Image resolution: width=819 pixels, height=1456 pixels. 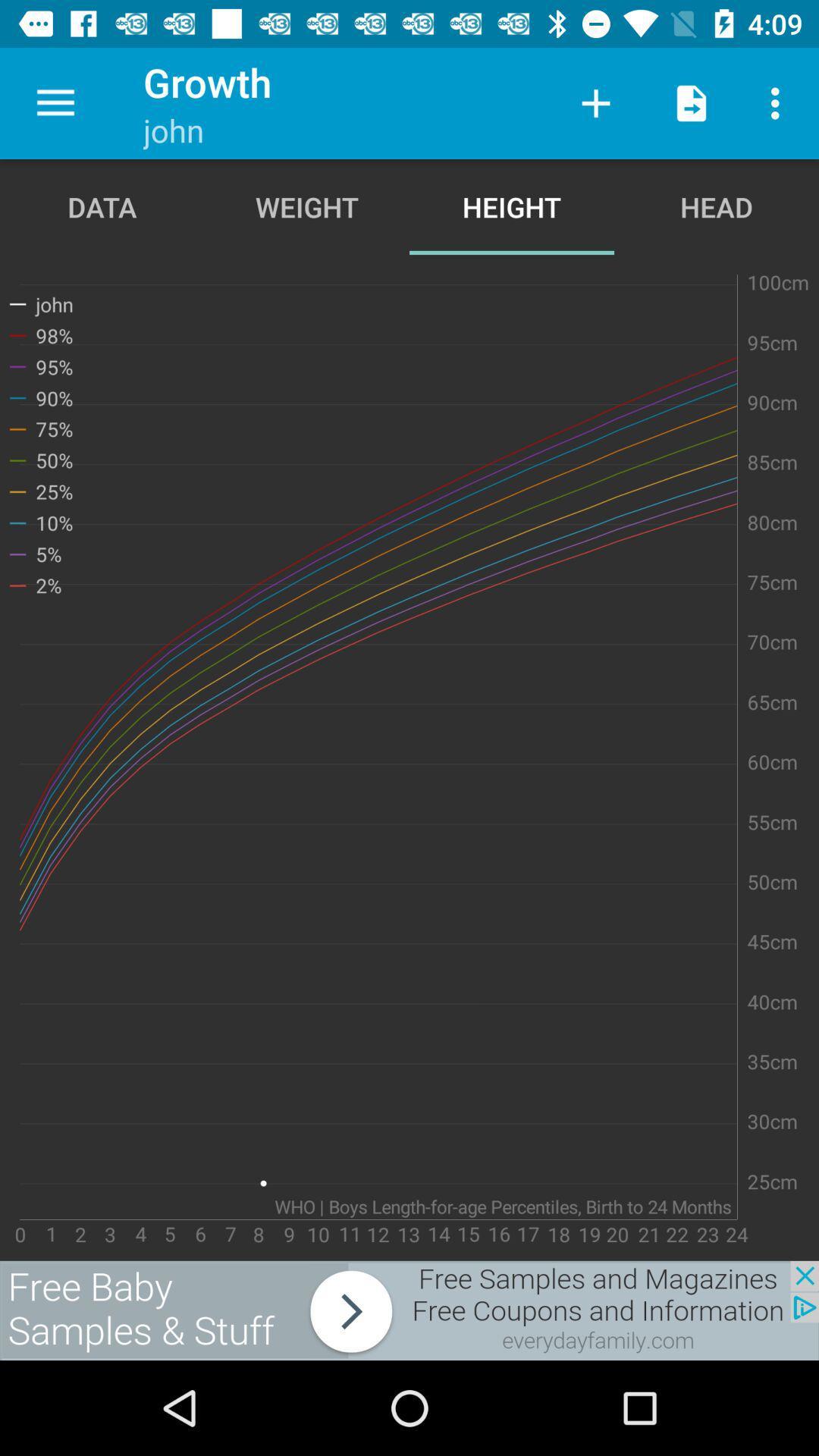 What do you see at coordinates (409, 1310) in the screenshot?
I see `advertising partner` at bounding box center [409, 1310].